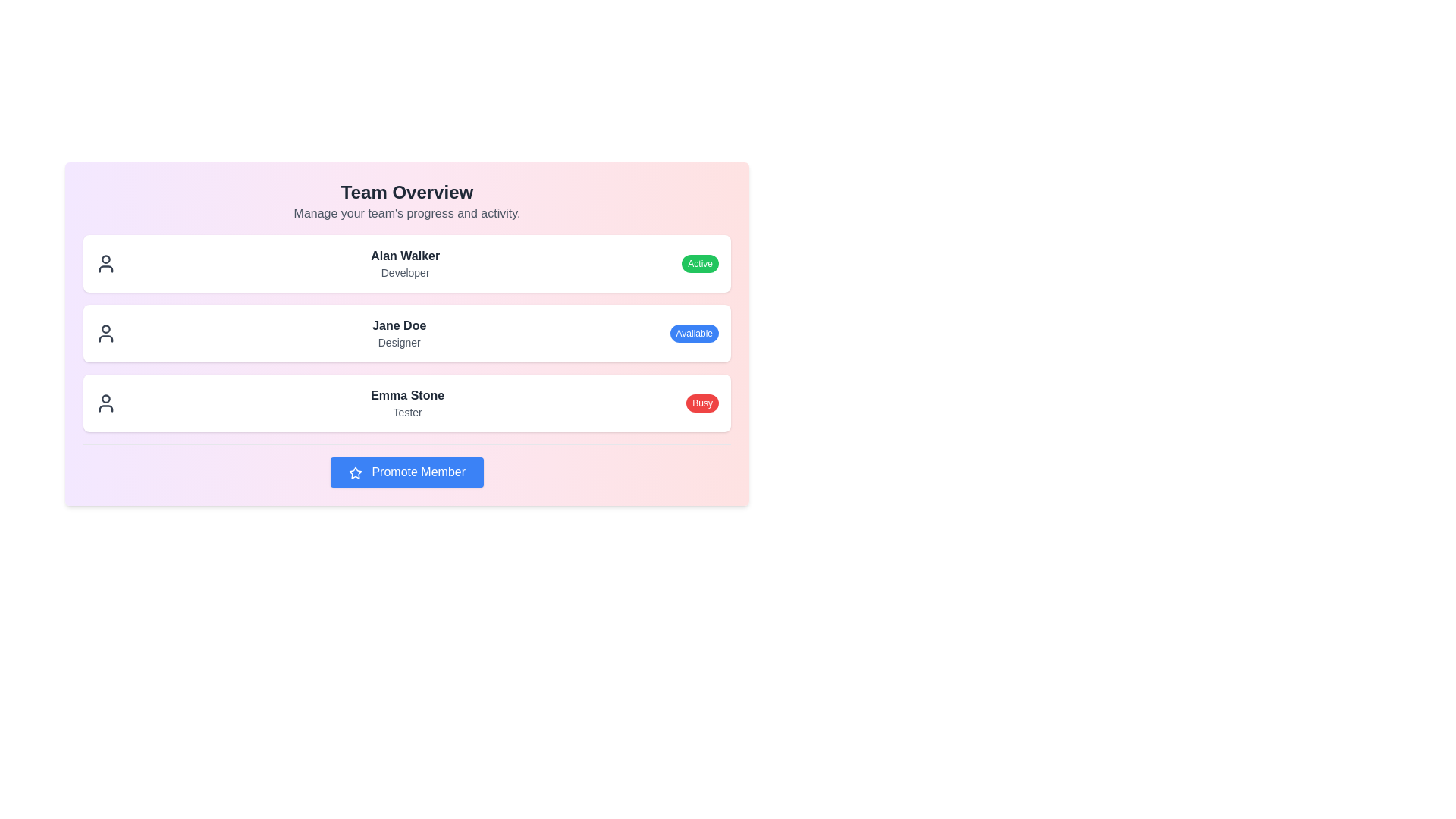 The width and height of the screenshot is (1456, 819). What do you see at coordinates (399, 325) in the screenshot?
I see `on the label displaying 'Jane Doe' in bold dark-gray font` at bounding box center [399, 325].